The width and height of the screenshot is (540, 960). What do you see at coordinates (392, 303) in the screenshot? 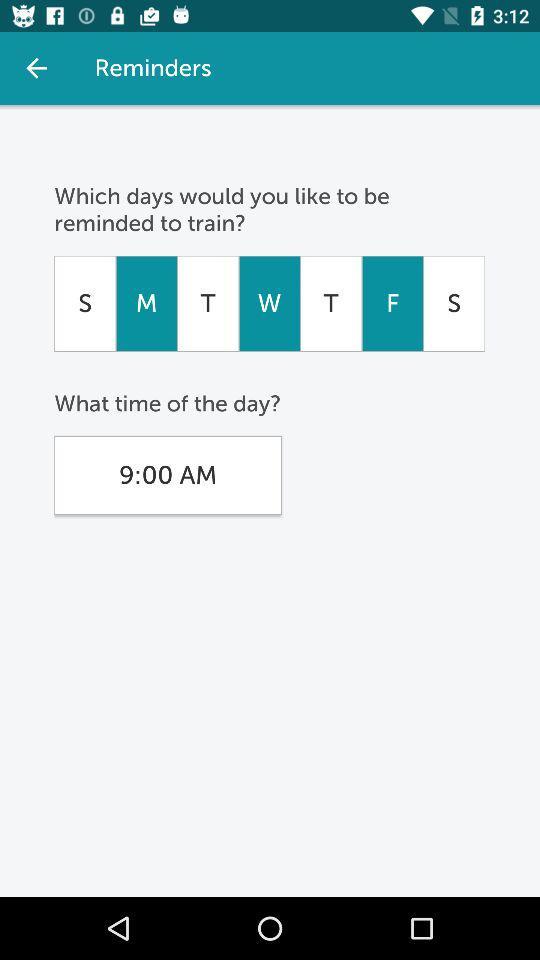
I see `item below which days would` at bounding box center [392, 303].